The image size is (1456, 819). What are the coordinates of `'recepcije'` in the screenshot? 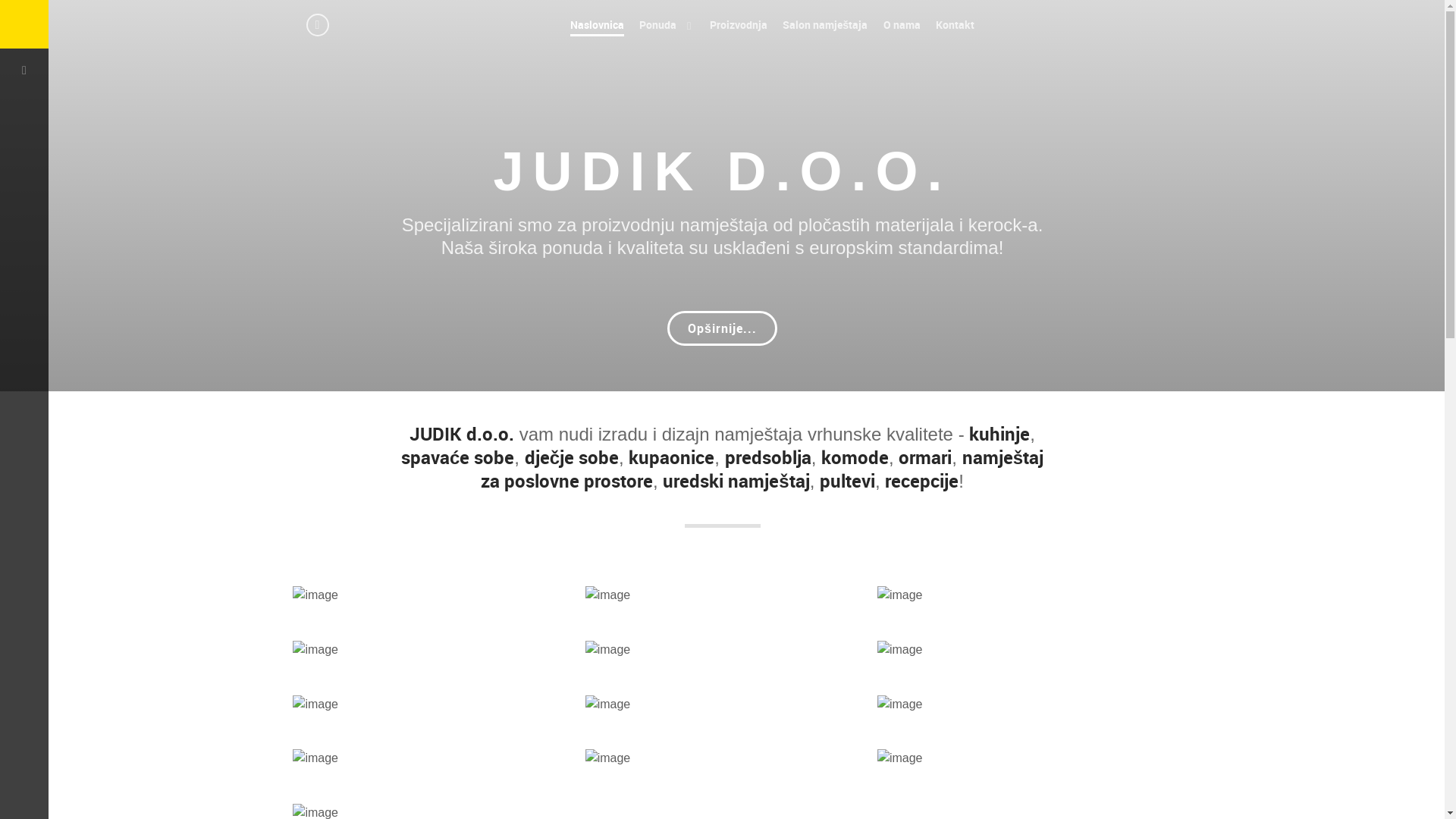 It's located at (921, 480).